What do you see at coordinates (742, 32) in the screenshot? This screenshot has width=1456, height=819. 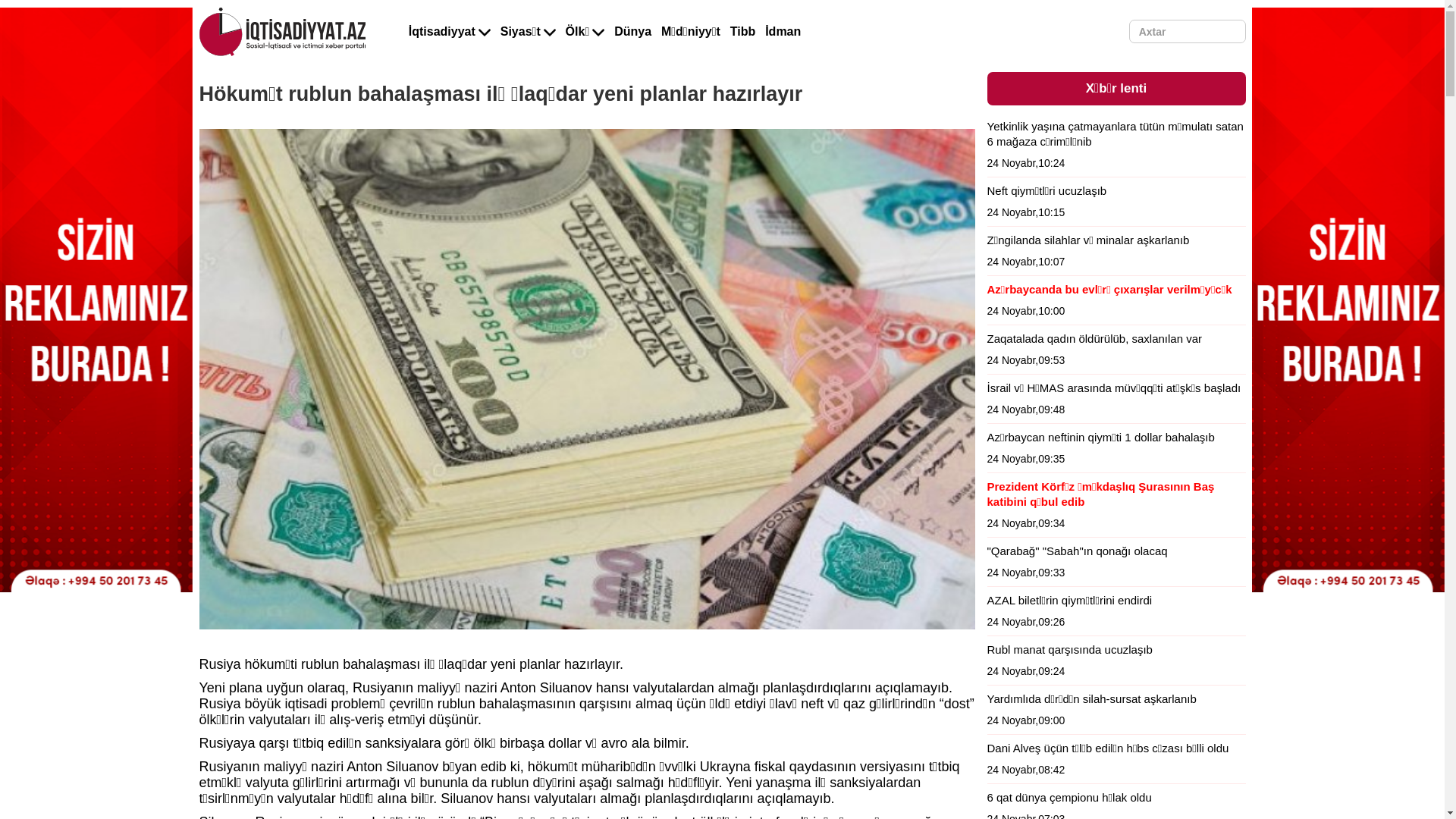 I see `'Tibb'` at bounding box center [742, 32].